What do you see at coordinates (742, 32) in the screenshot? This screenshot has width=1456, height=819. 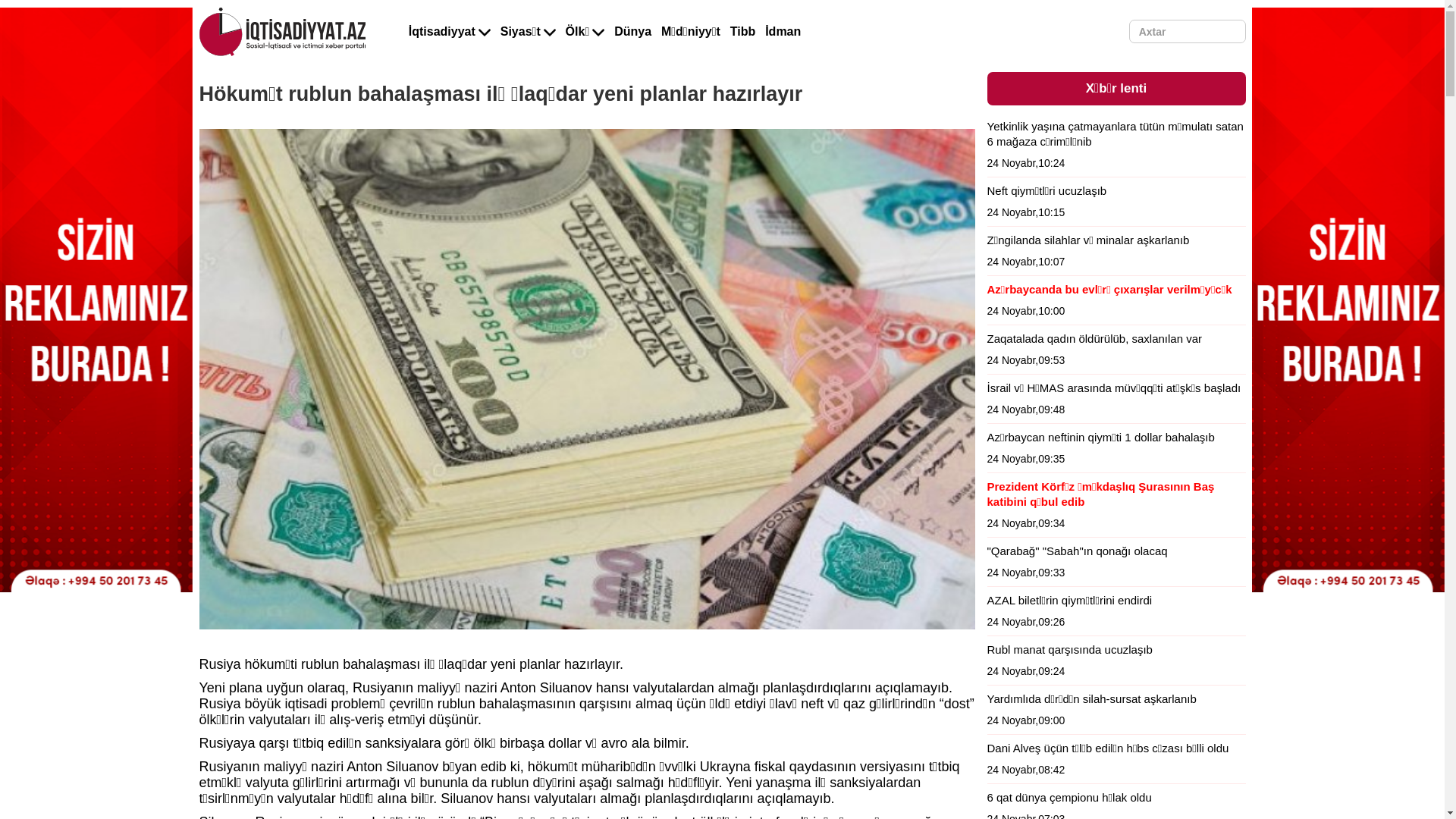 I see `'Tibb'` at bounding box center [742, 32].